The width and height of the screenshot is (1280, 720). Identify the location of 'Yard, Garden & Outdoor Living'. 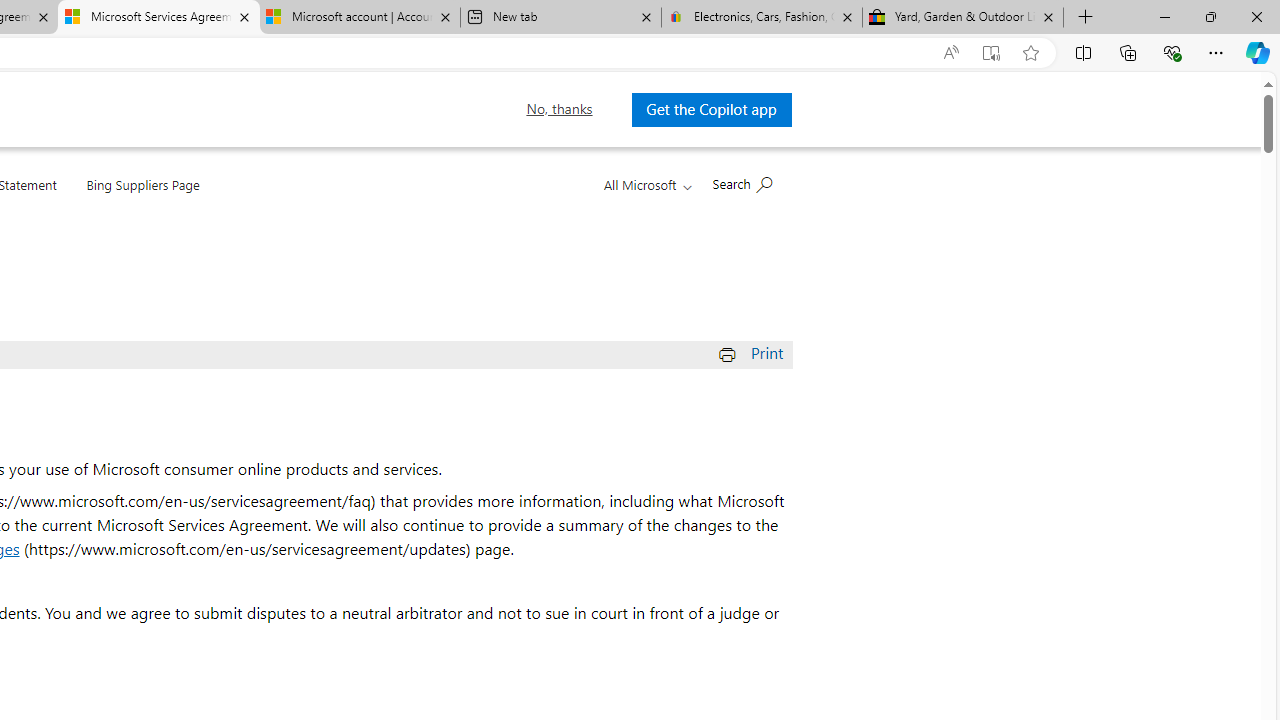
(963, 17).